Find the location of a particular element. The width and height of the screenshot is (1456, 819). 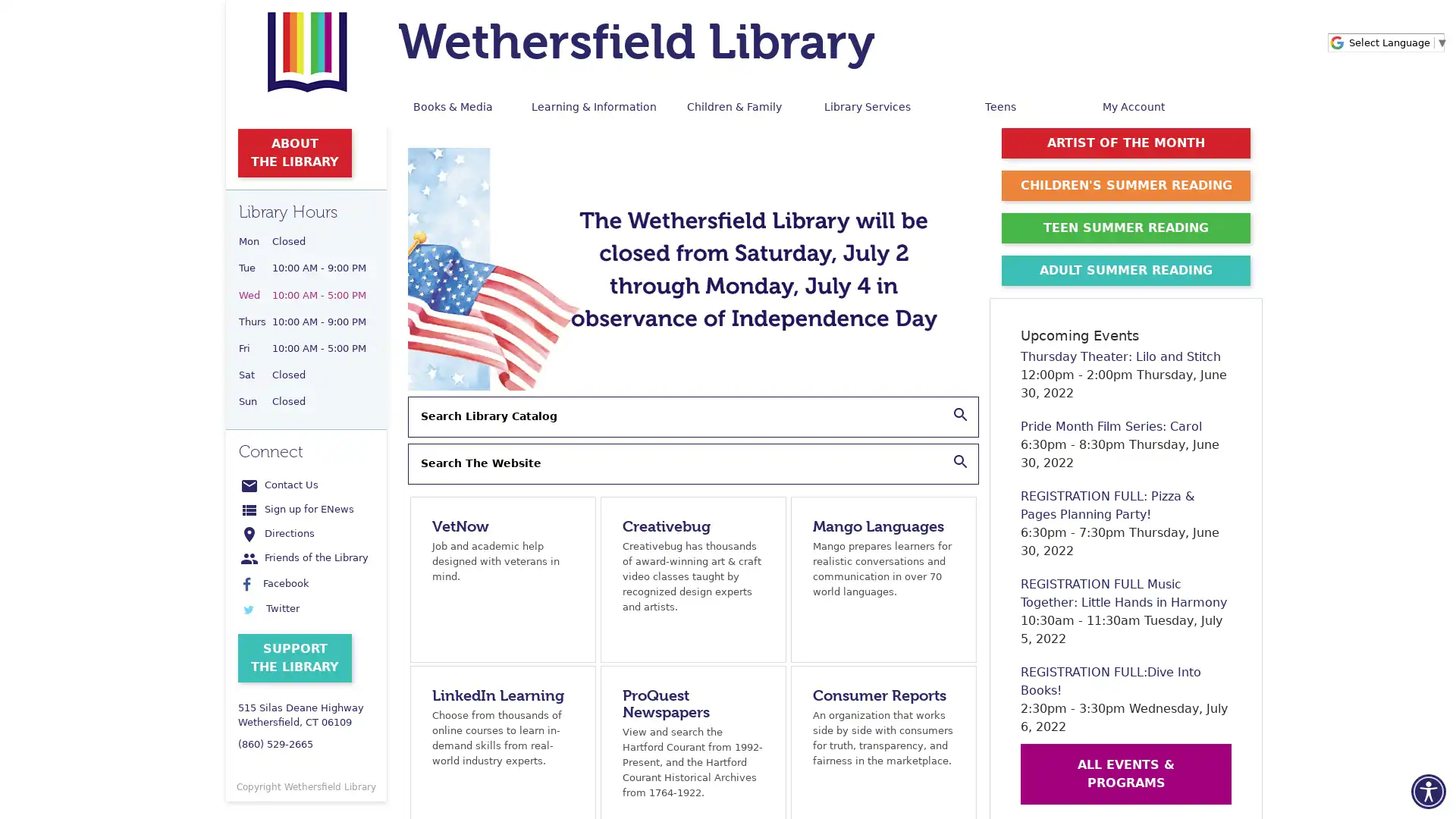

ALL EVENTS & PROGRAMS is located at coordinates (1125, 773).